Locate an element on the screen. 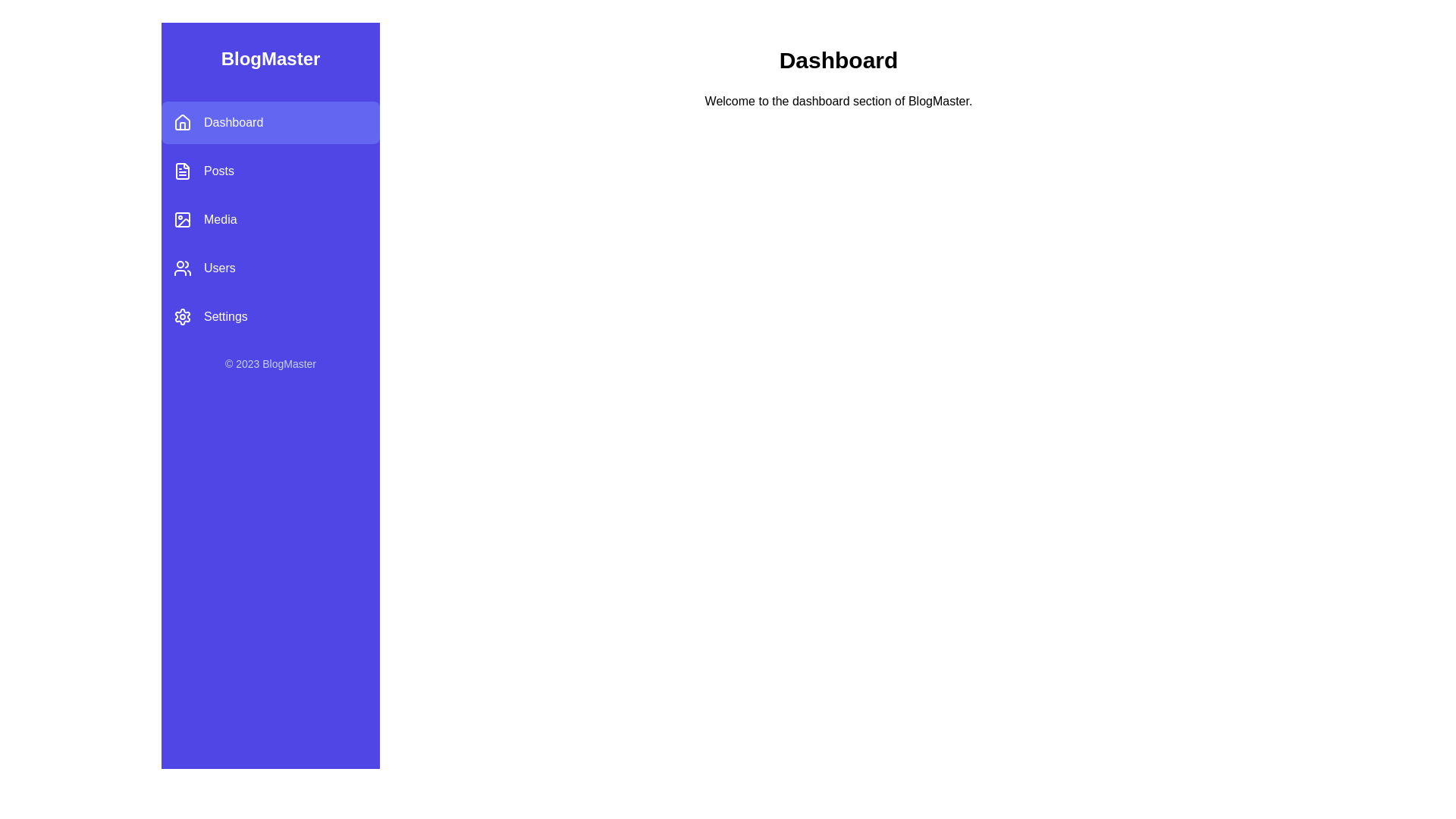 Image resolution: width=1456 pixels, height=819 pixels. the 'Settings' cogwheel icon located at the bottom of the vertical navigation menu is located at coordinates (182, 315).